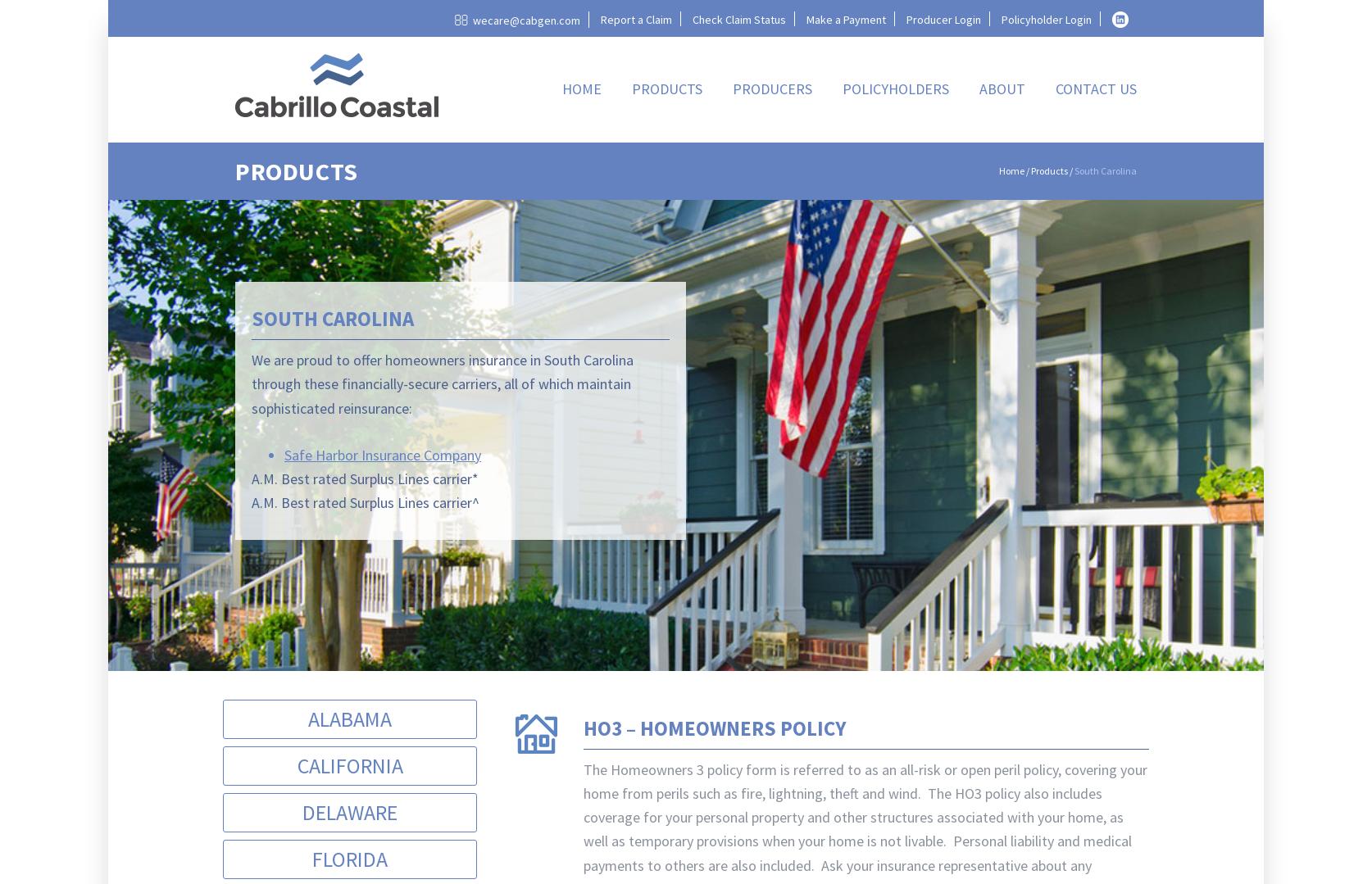 This screenshot has width=1372, height=884. What do you see at coordinates (349, 857) in the screenshot?
I see `'Florida'` at bounding box center [349, 857].